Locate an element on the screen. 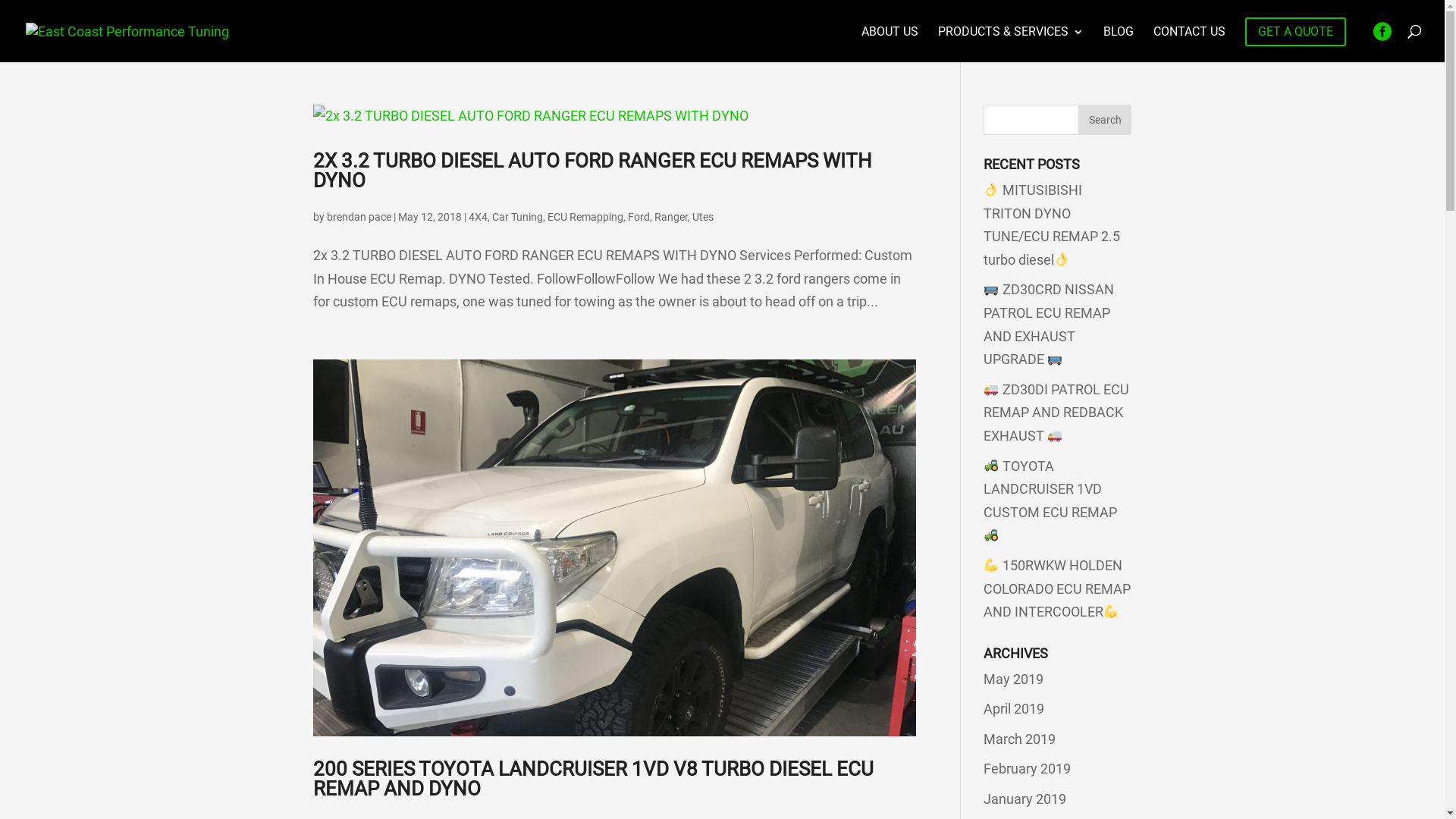 This screenshot has height=819, width=1456. 'Utes' is located at coordinates (701, 216).